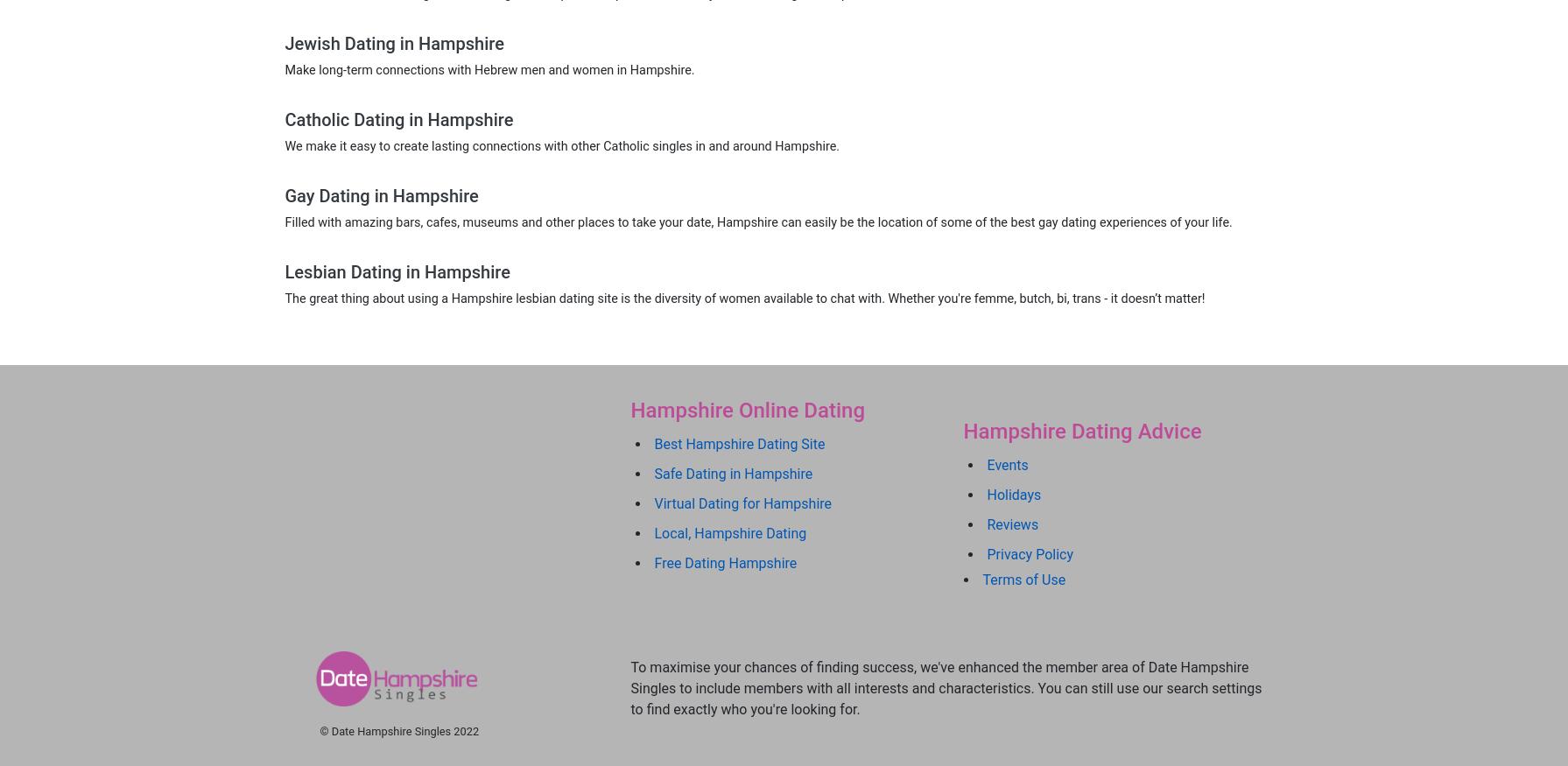  What do you see at coordinates (730, 533) in the screenshot?
I see `'Local, Hampshire Dating'` at bounding box center [730, 533].